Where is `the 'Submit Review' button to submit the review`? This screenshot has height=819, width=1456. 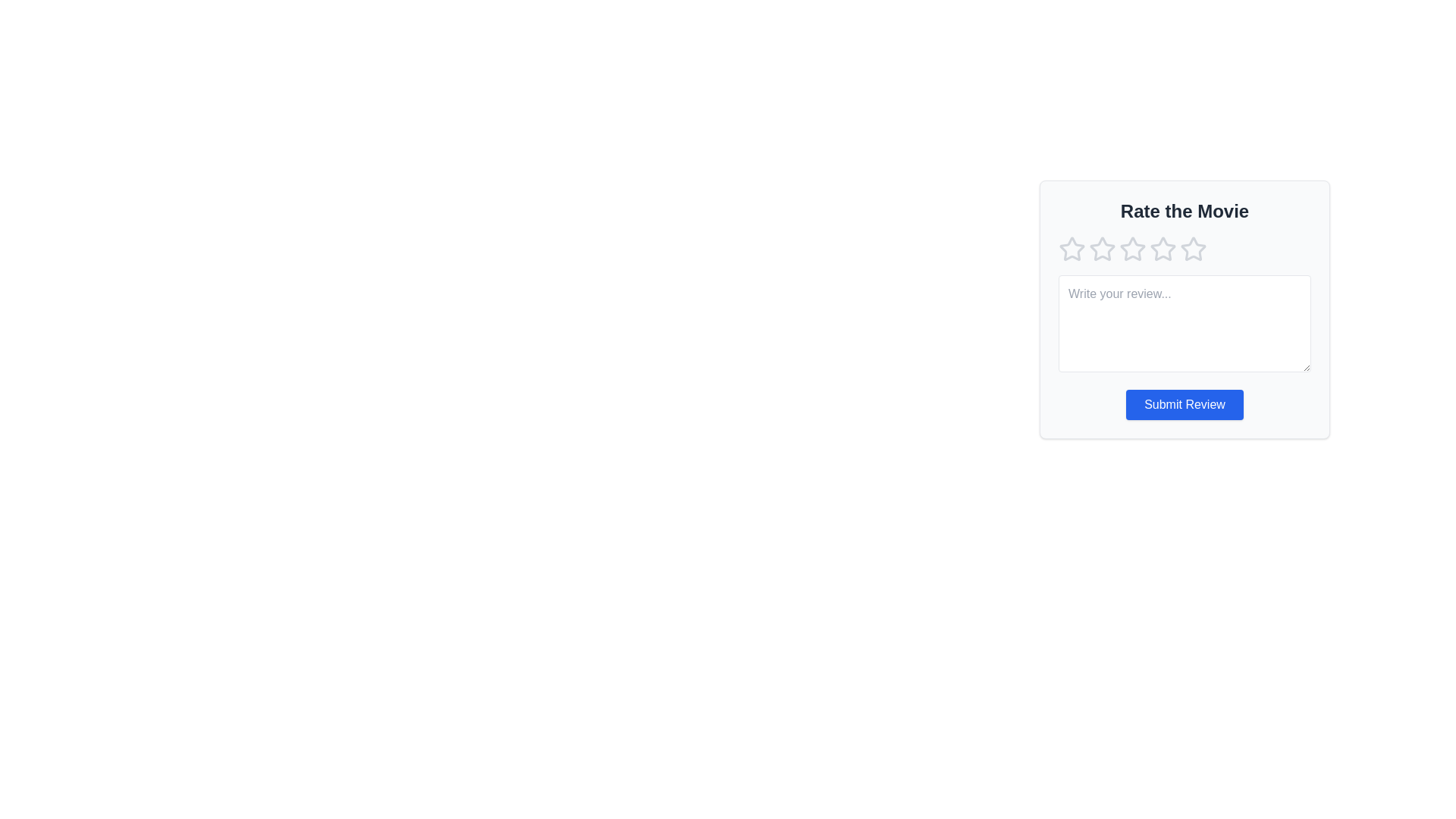 the 'Submit Review' button to submit the review is located at coordinates (1183, 403).